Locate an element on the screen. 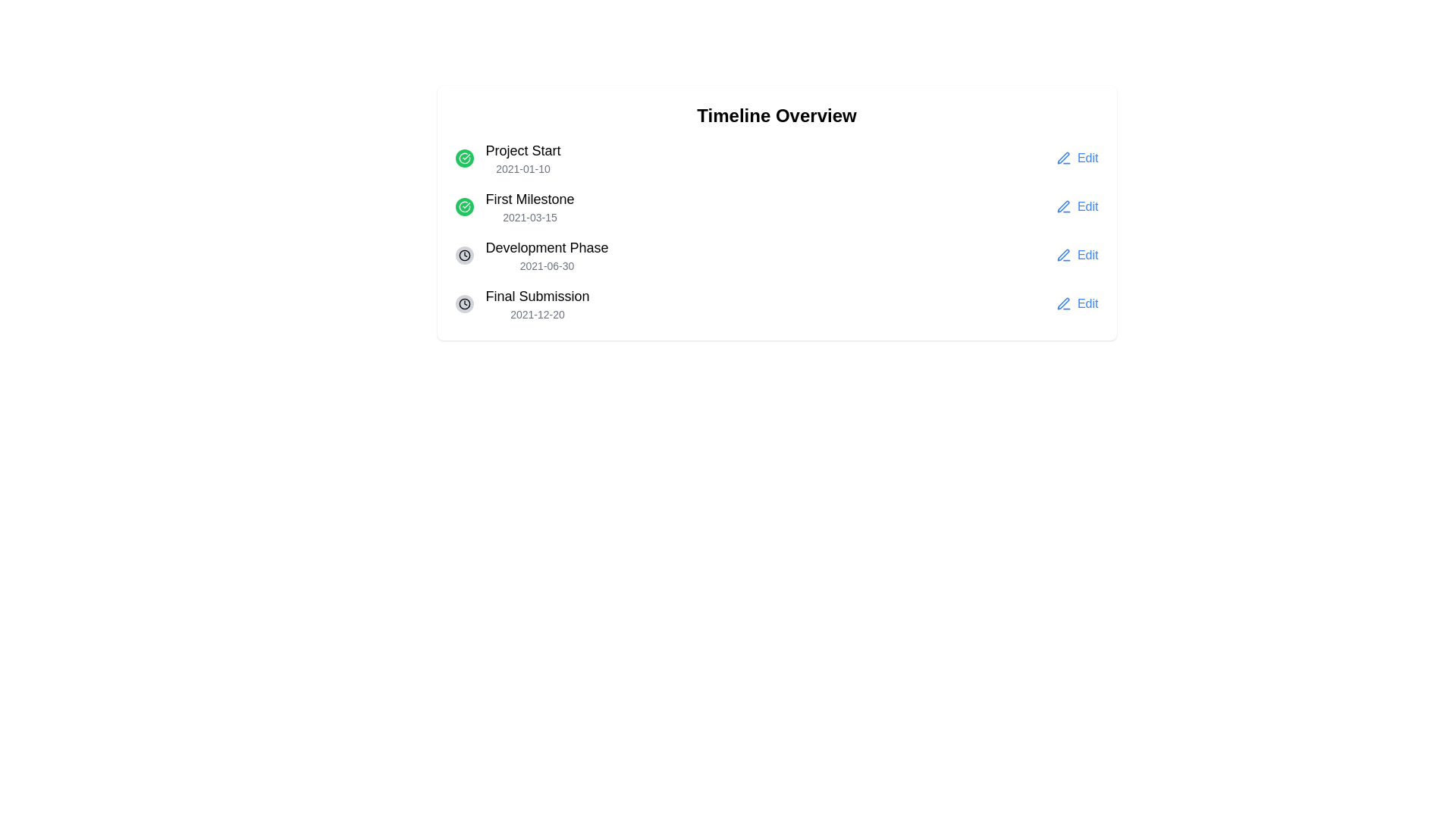 The height and width of the screenshot is (819, 1456). the pen icon located to the right of the label 'Final Submission' in the last row of the timeline overview to initiate editing is located at coordinates (1062, 304).